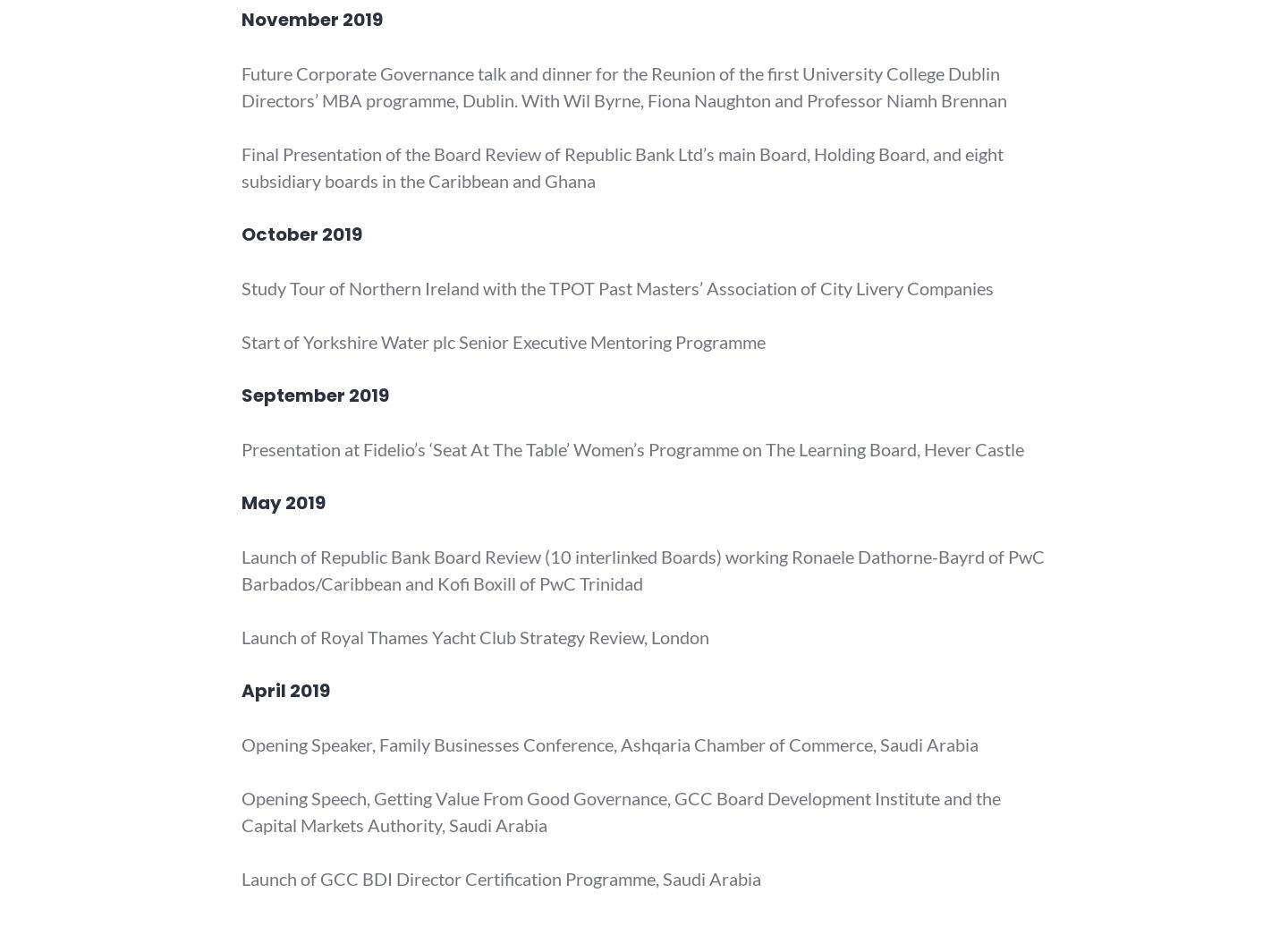 The height and width of the screenshot is (927, 1288). What do you see at coordinates (315, 395) in the screenshot?
I see `'September 2019'` at bounding box center [315, 395].